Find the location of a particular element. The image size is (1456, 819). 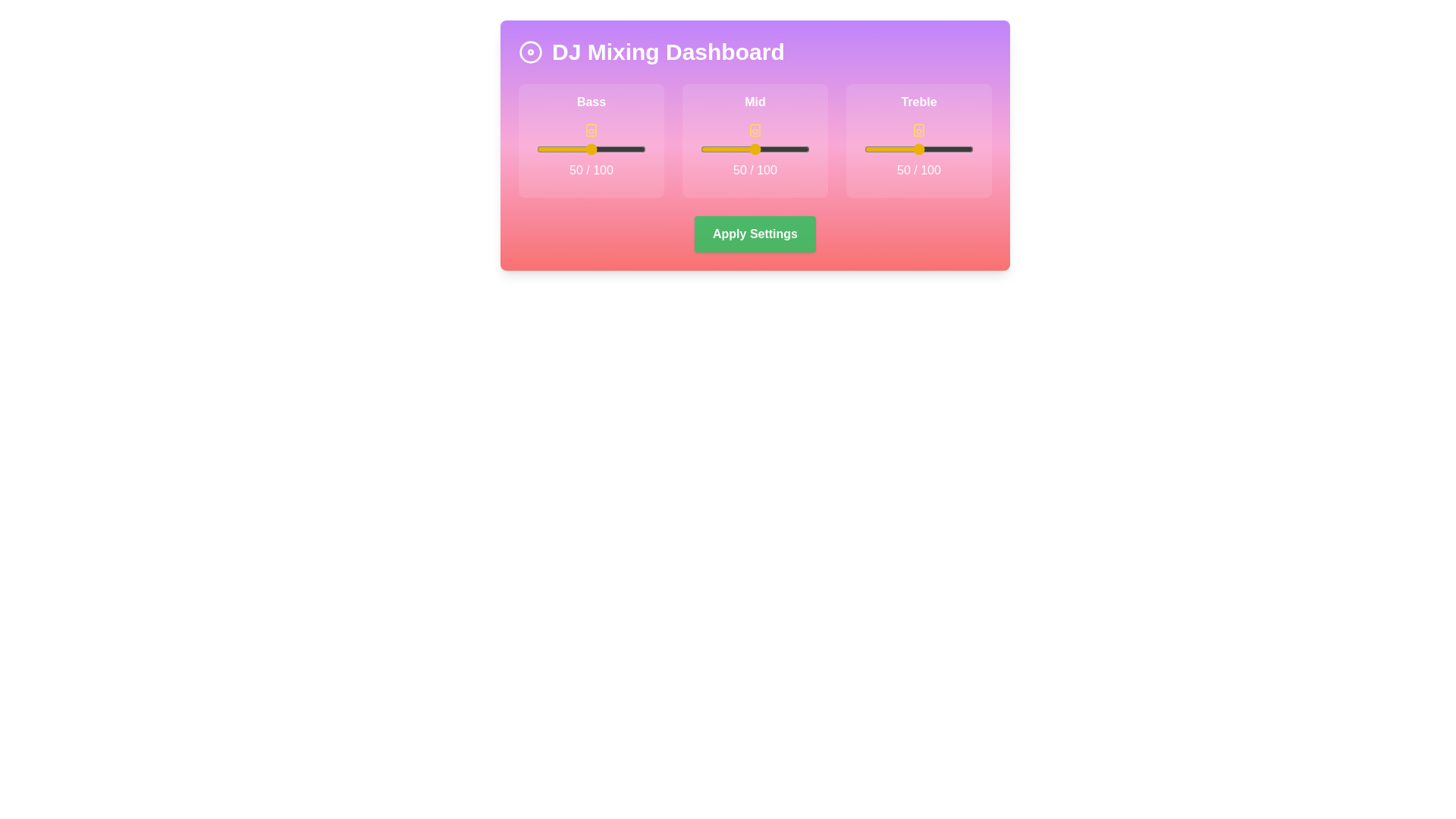

the bass slider to set its value to 12 is located at coordinates (549, 149).